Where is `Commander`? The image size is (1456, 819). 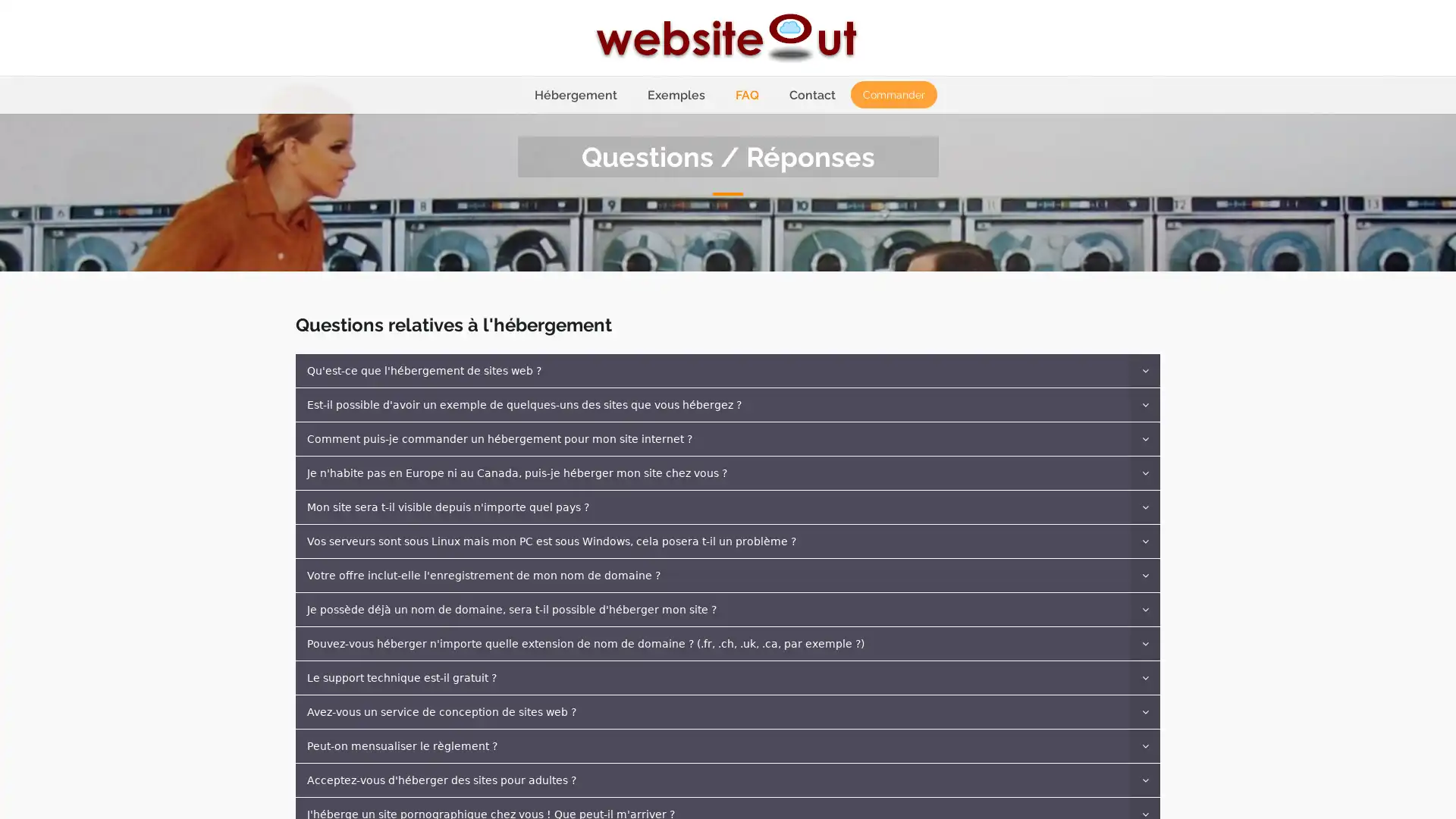
Commander is located at coordinates (893, 94).